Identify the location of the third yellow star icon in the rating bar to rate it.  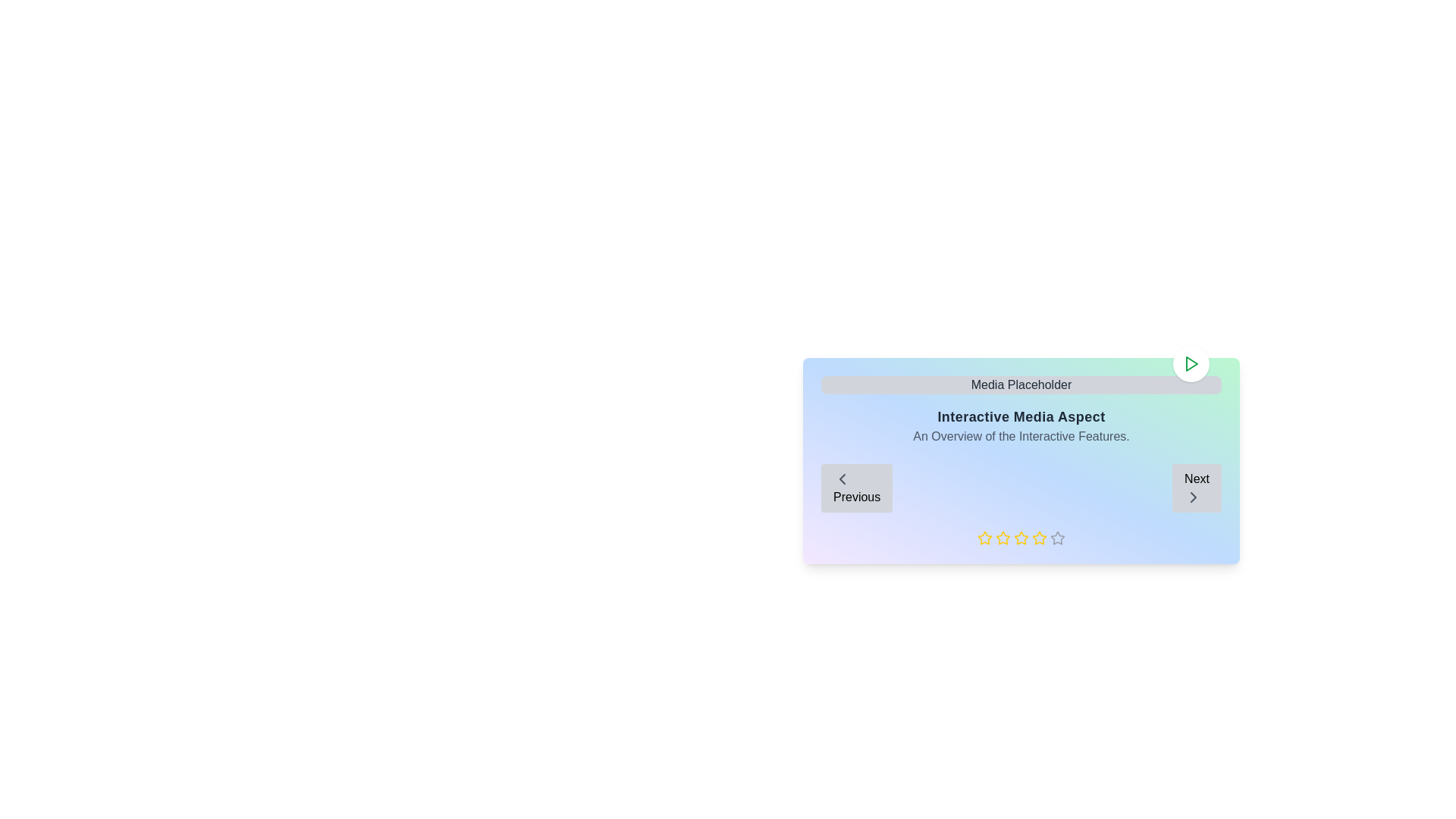
(1021, 537).